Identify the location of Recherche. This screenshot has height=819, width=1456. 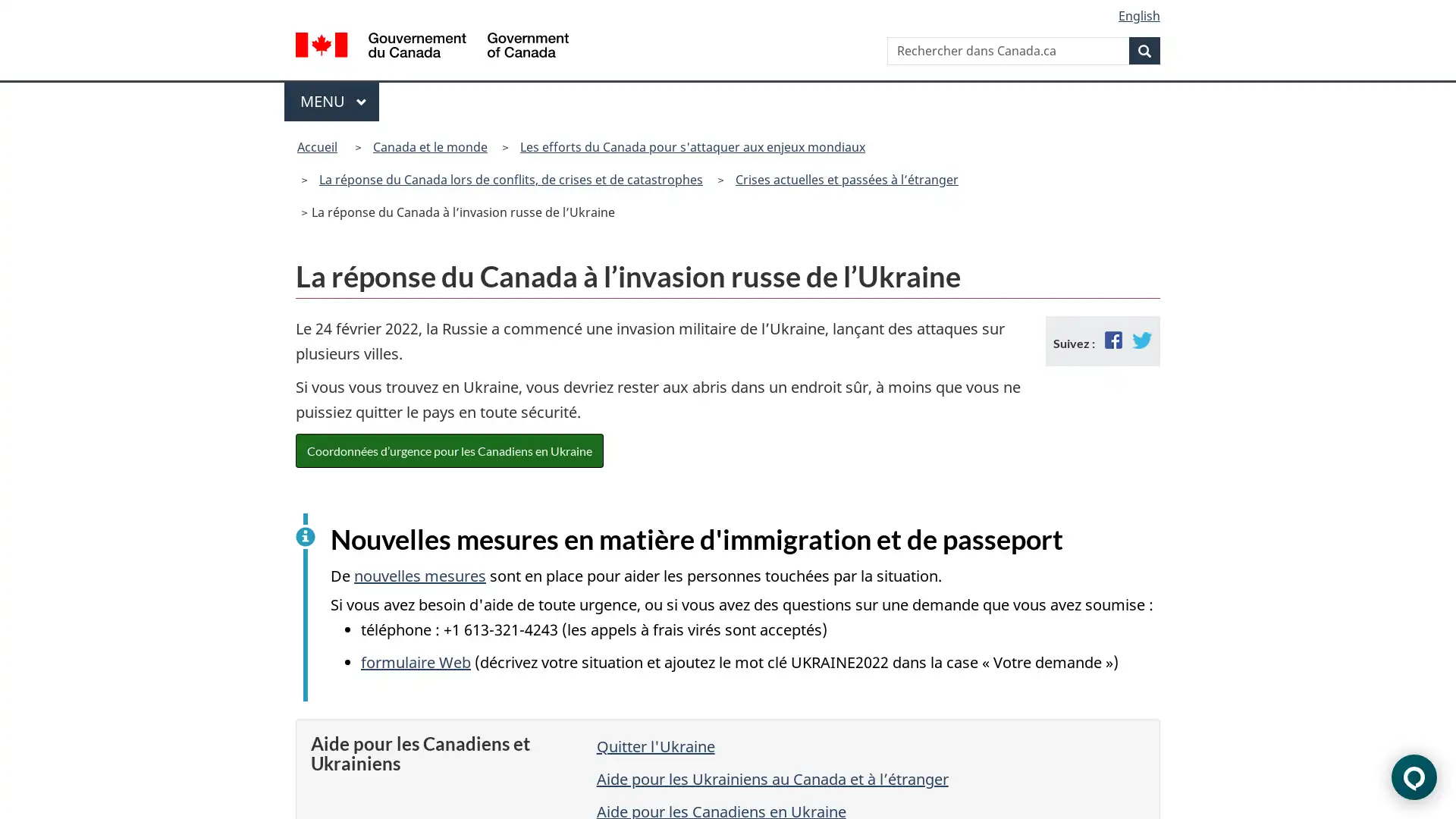
(1144, 49).